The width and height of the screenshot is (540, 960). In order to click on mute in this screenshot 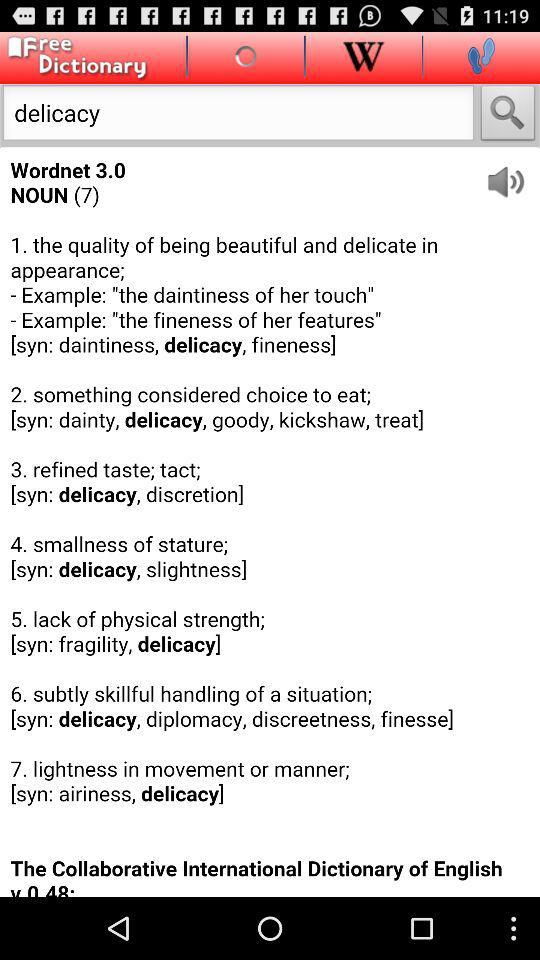, I will do `click(512, 174)`.